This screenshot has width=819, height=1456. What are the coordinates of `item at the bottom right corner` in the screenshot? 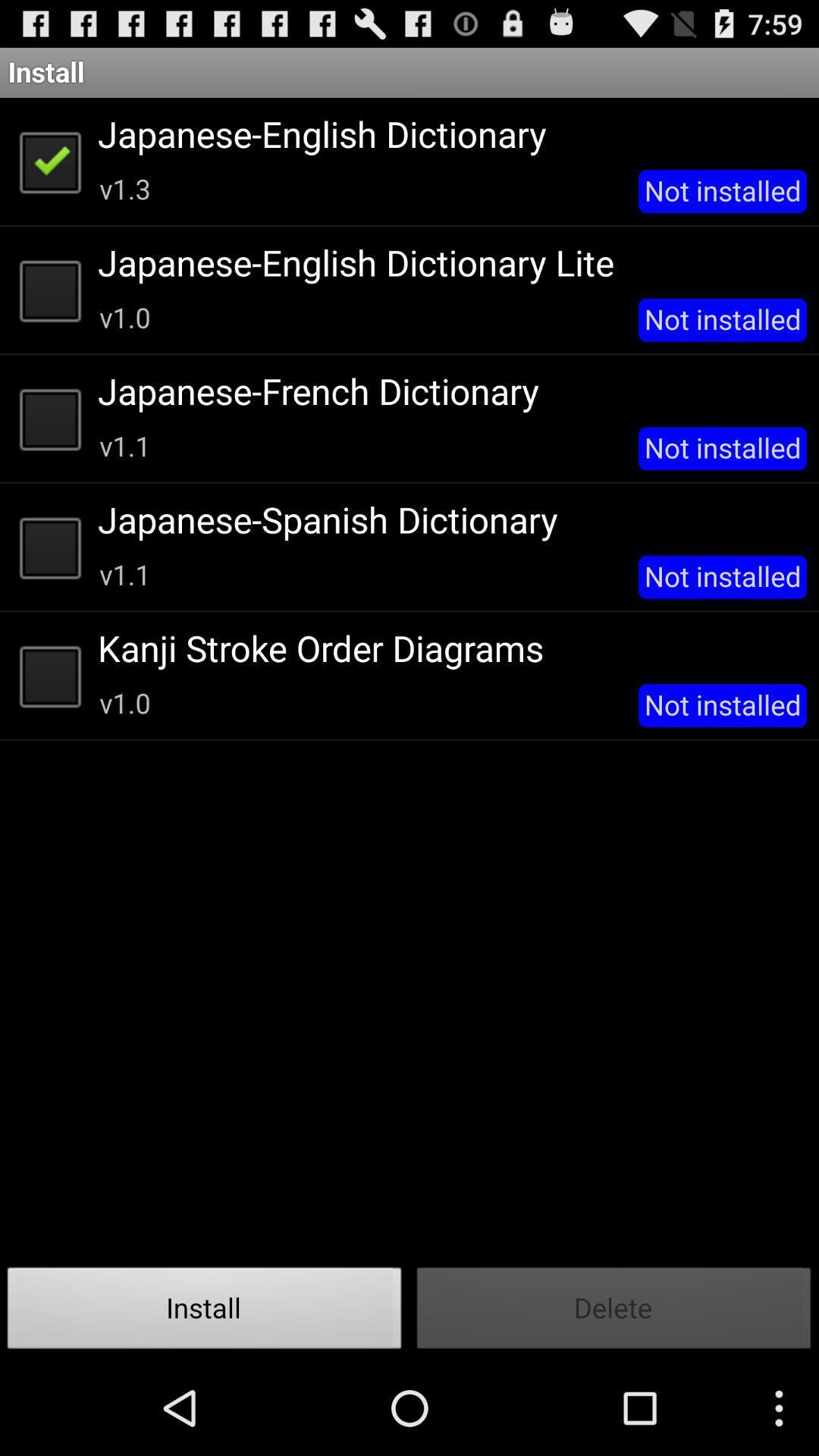 It's located at (614, 1312).